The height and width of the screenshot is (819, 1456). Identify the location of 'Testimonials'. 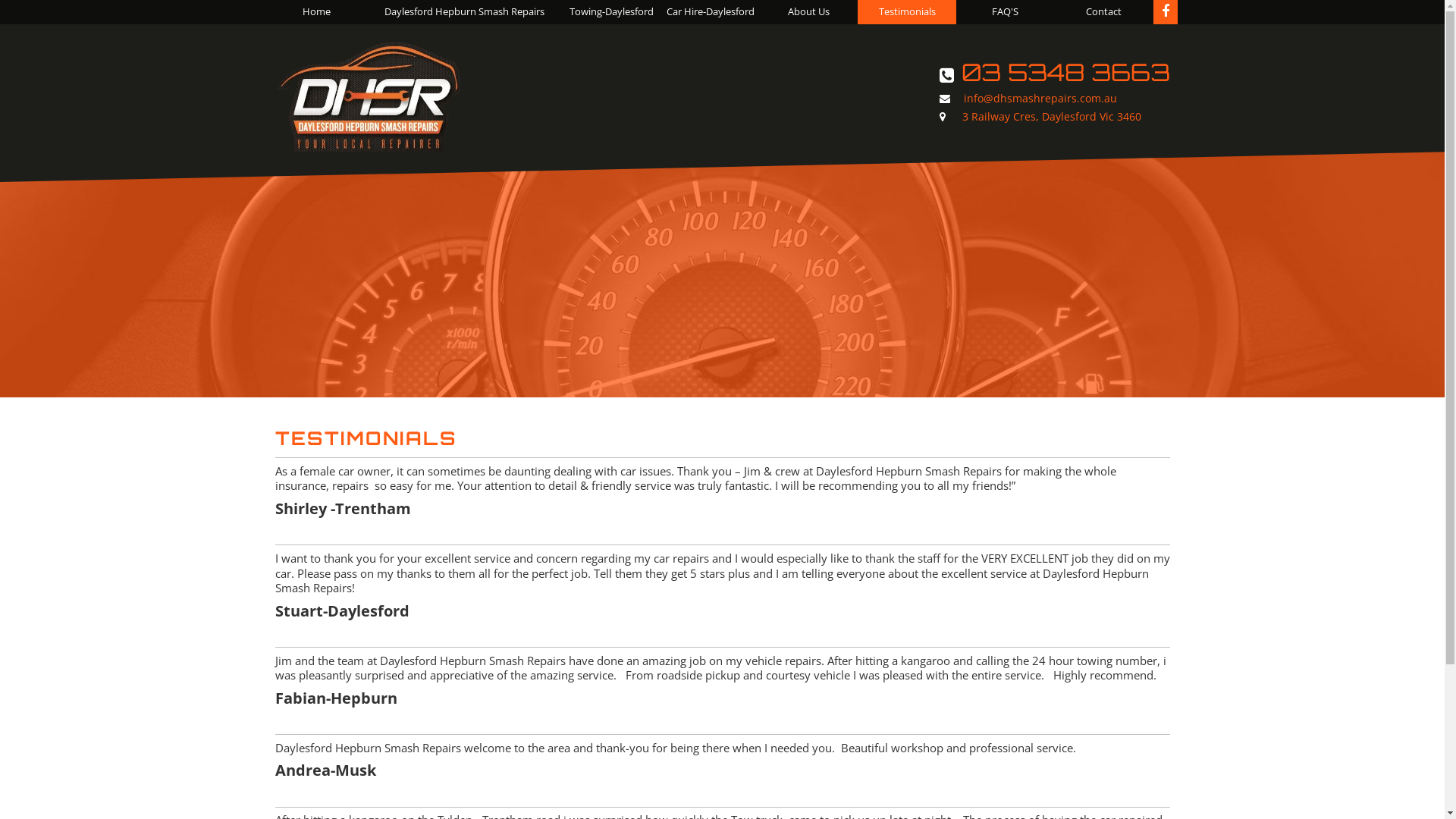
(906, 11).